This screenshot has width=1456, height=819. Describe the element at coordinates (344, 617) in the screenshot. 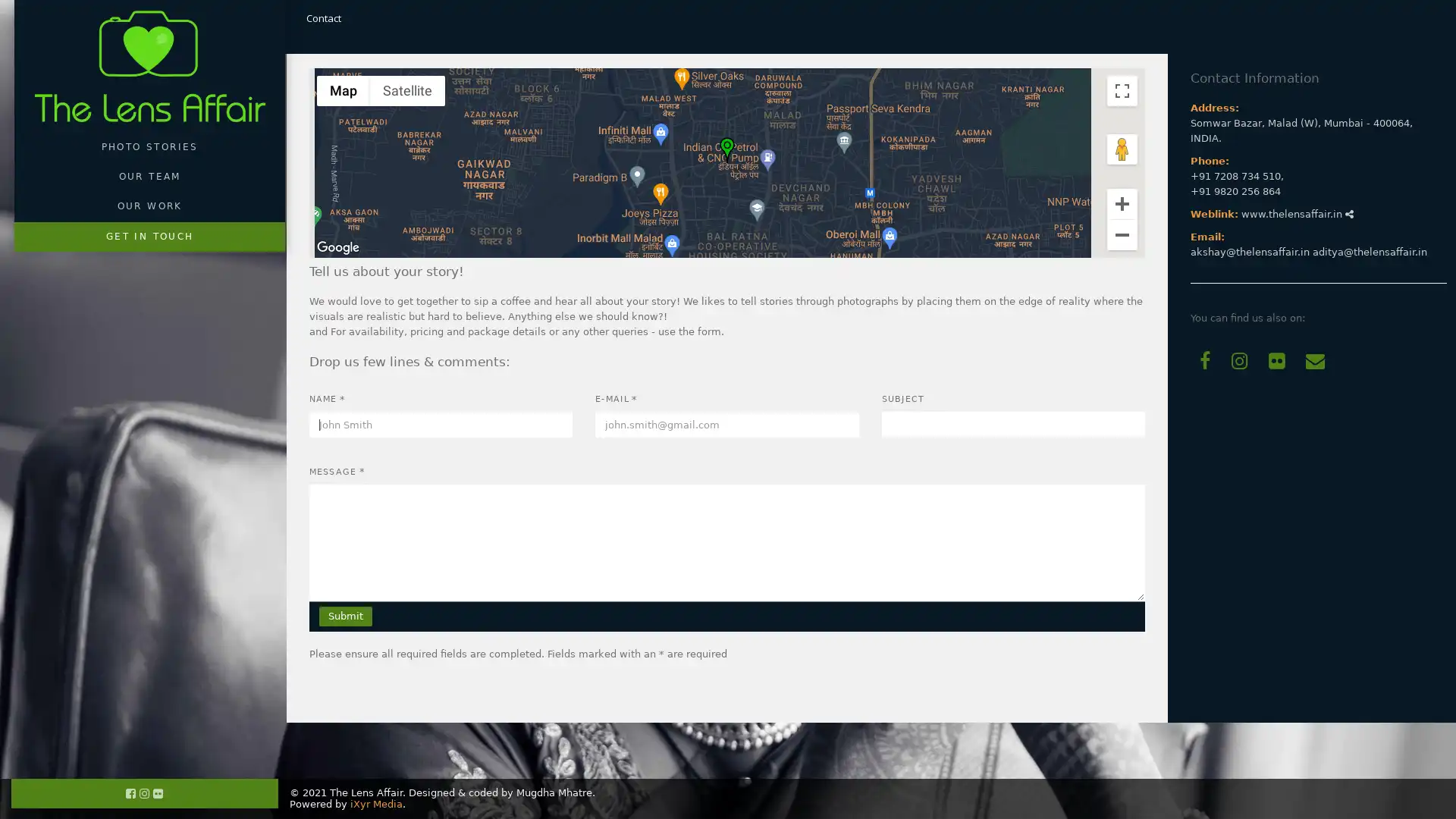

I see `Submit` at that location.